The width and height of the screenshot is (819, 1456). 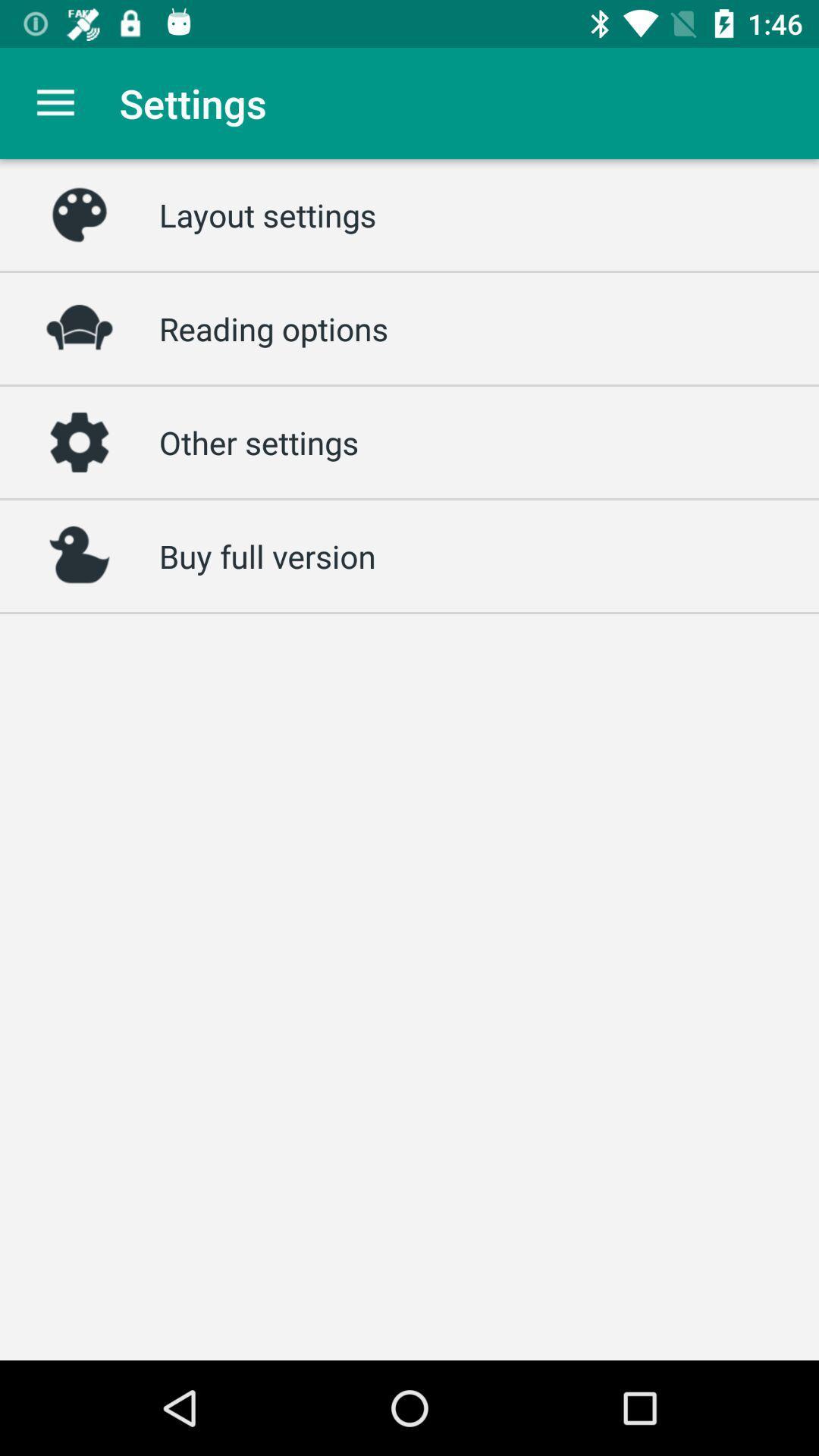 I want to click on the layout settings item, so click(x=267, y=214).